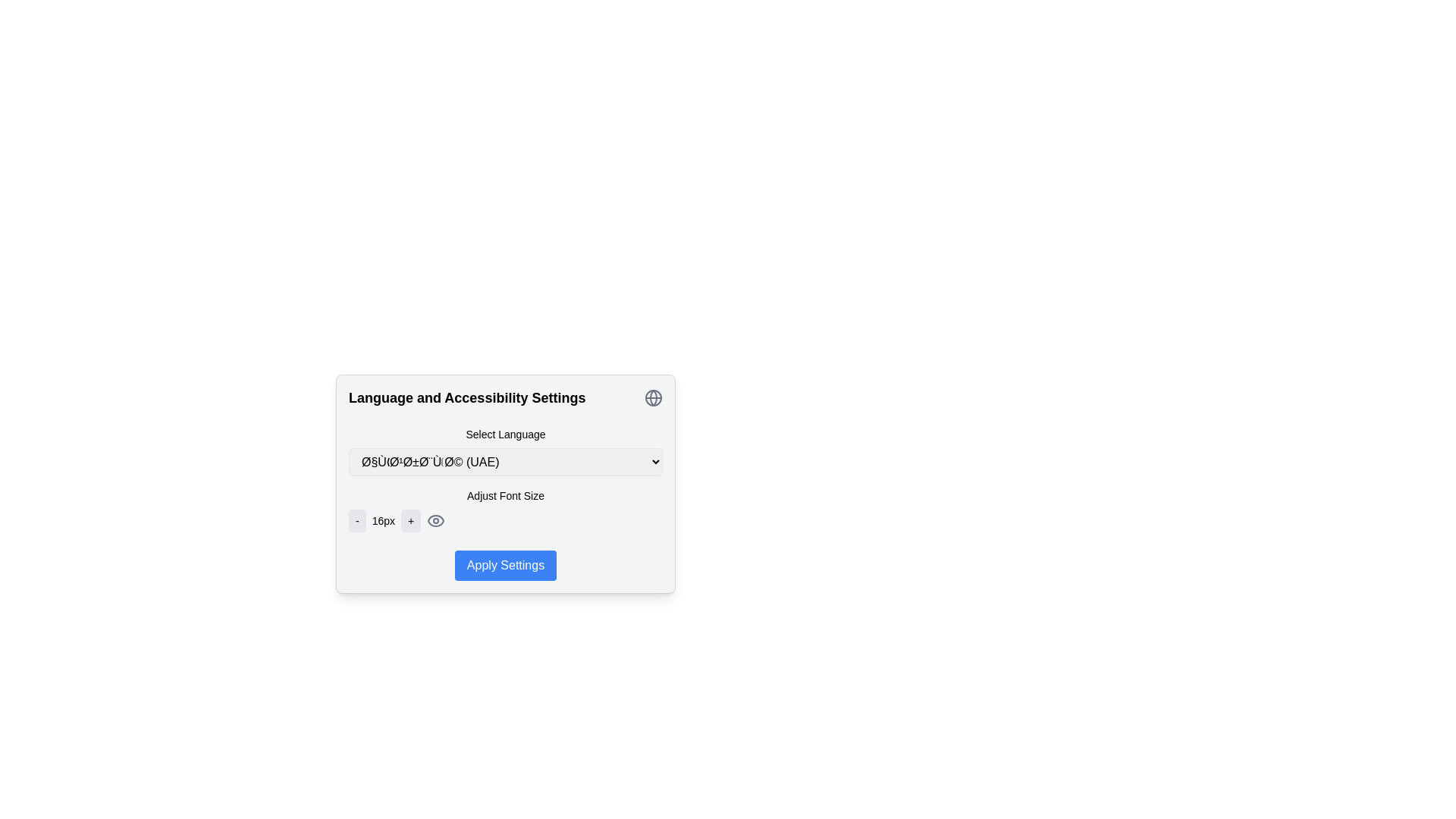  What do you see at coordinates (435, 519) in the screenshot?
I see `the small eye icon located to the immediate right of the '+' button within the 'Adjust Font Size' controls` at bounding box center [435, 519].